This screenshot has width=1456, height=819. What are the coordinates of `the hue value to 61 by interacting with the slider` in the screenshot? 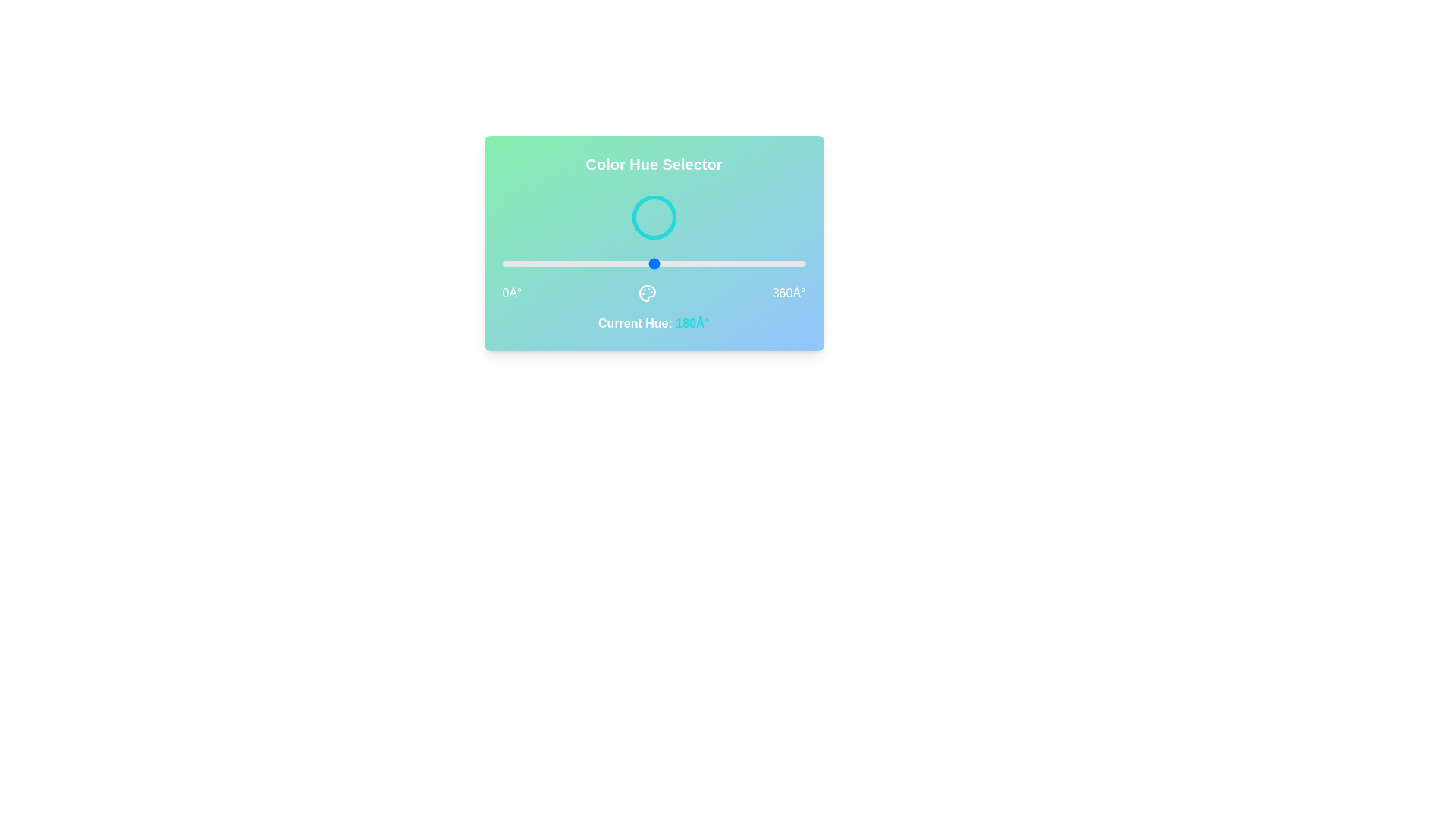 It's located at (553, 262).